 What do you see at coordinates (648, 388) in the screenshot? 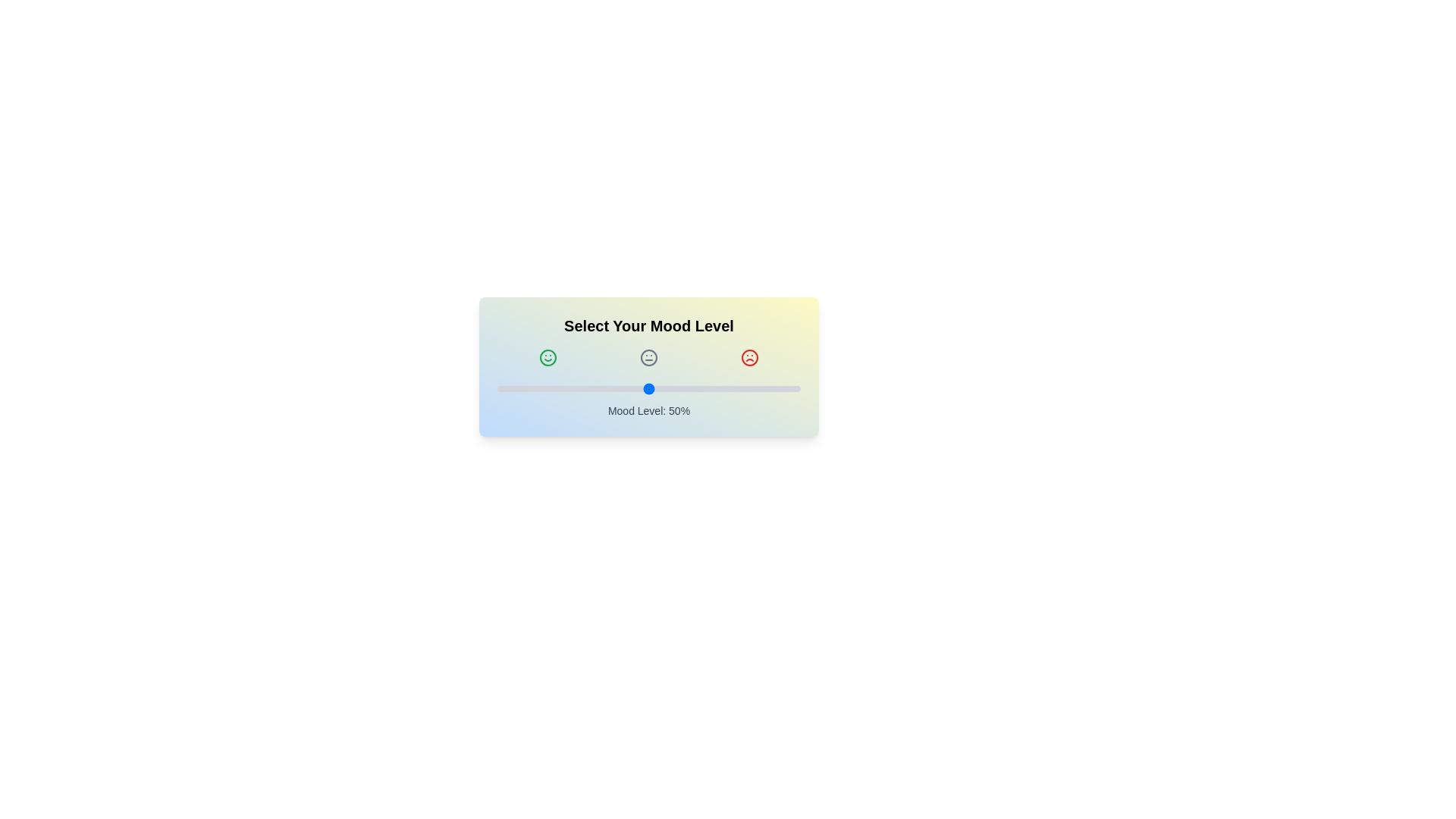
I see `the mood level` at bounding box center [648, 388].